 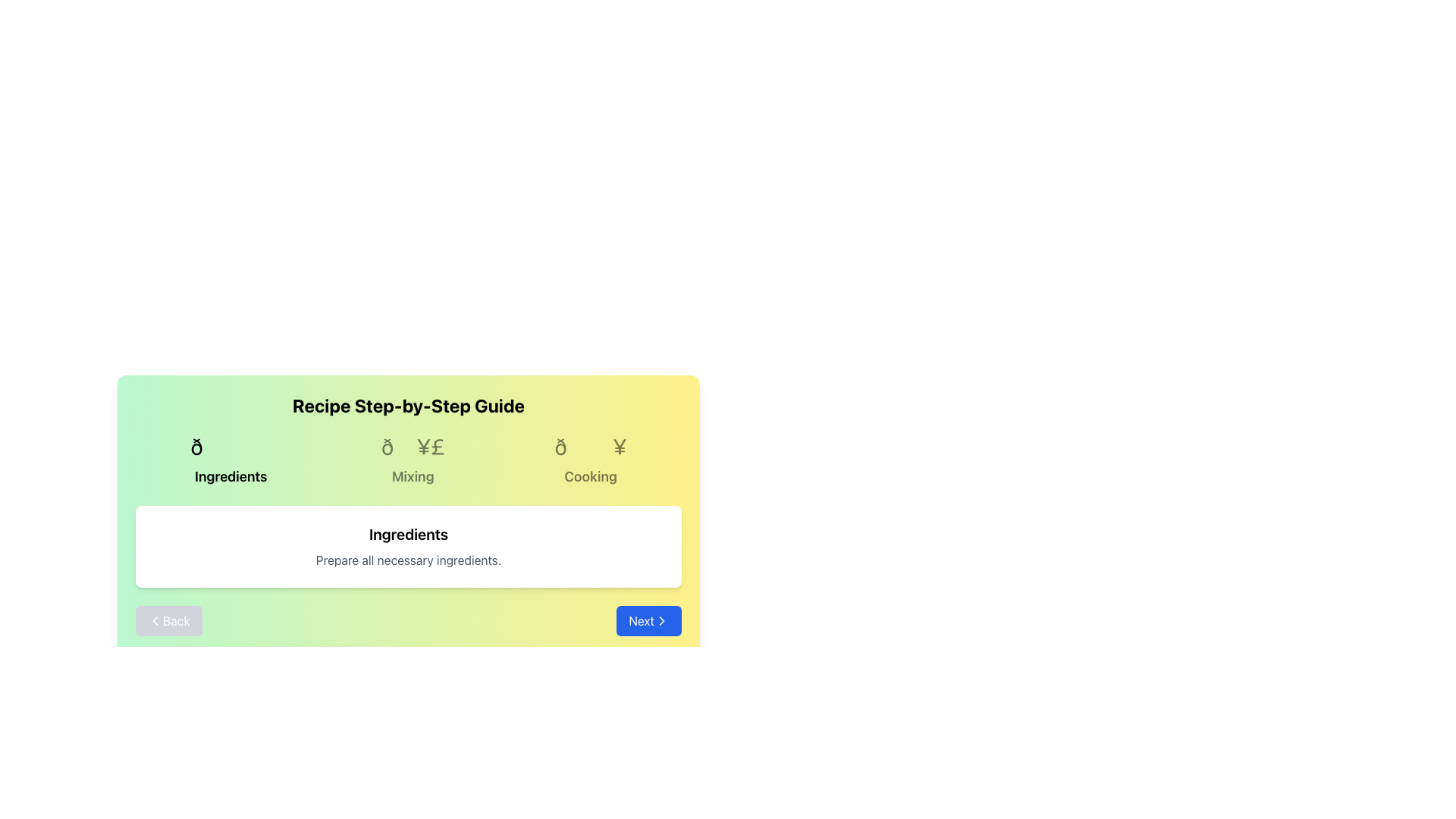 I want to click on the forward action icon located within the 'Next' button at the bottom-right of the interface, positioned to the right of the 'Next' text, so click(x=662, y=620).